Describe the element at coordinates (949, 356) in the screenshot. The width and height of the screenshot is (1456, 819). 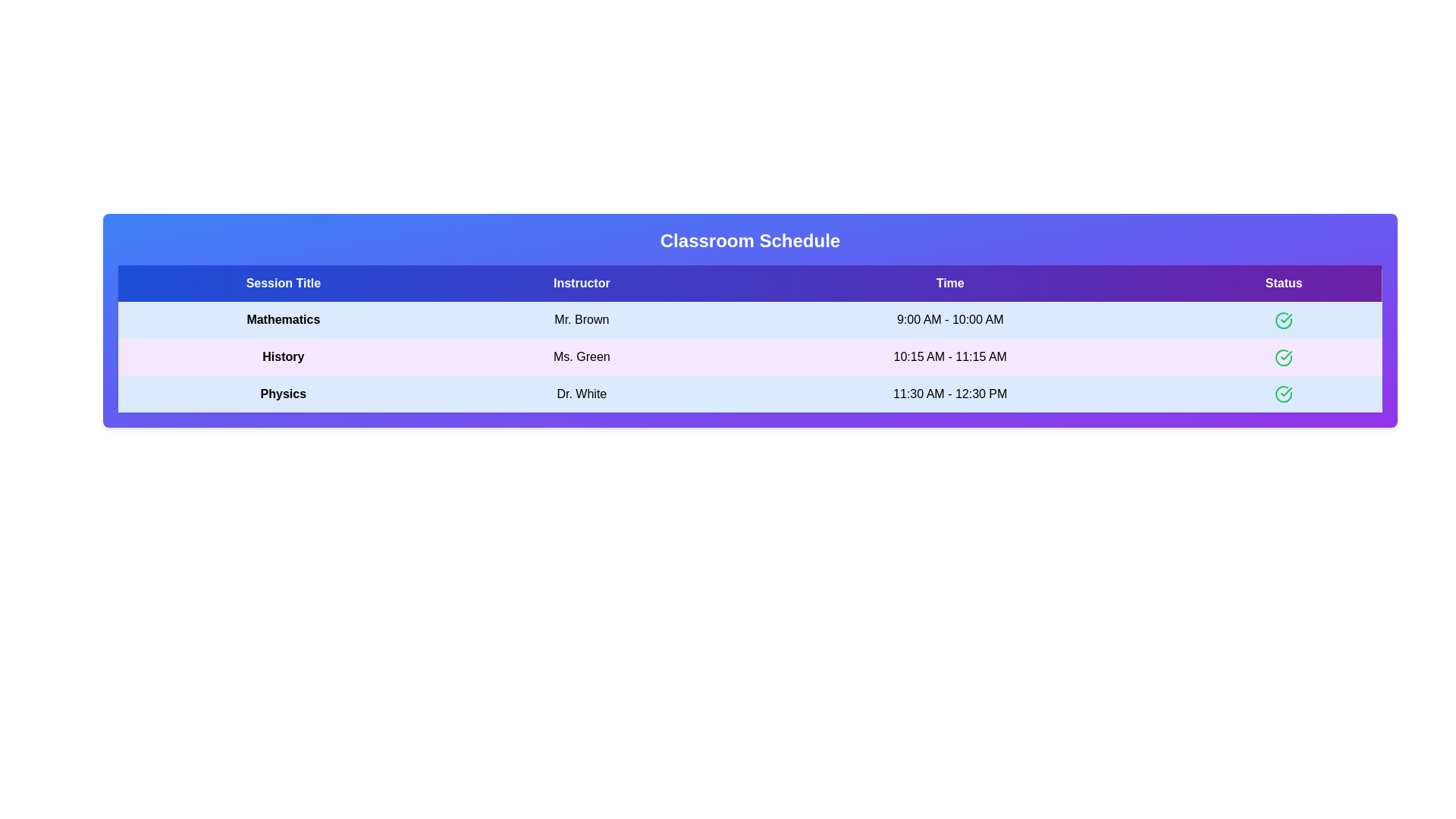
I see `the text element 10:15 AM - 11:15 AM to select or copy its content` at that location.